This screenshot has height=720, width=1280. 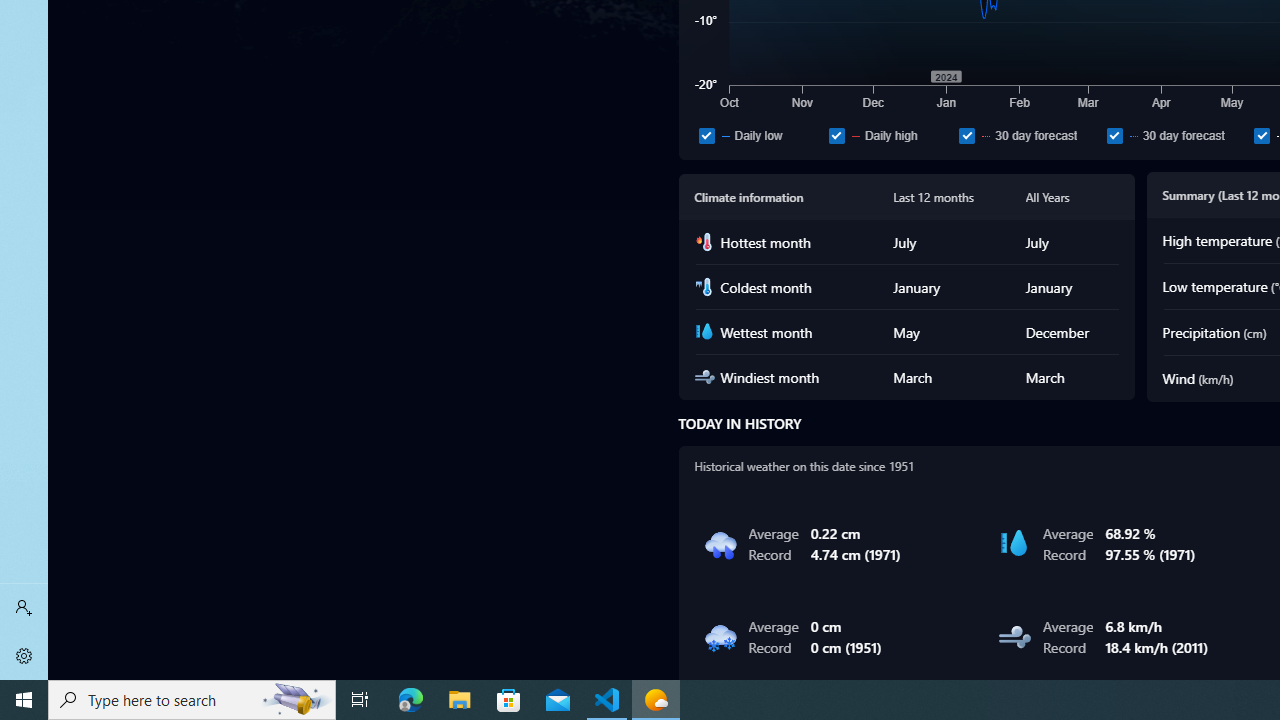 I want to click on 'Visual Studio Code - 1 running window', so click(x=606, y=698).